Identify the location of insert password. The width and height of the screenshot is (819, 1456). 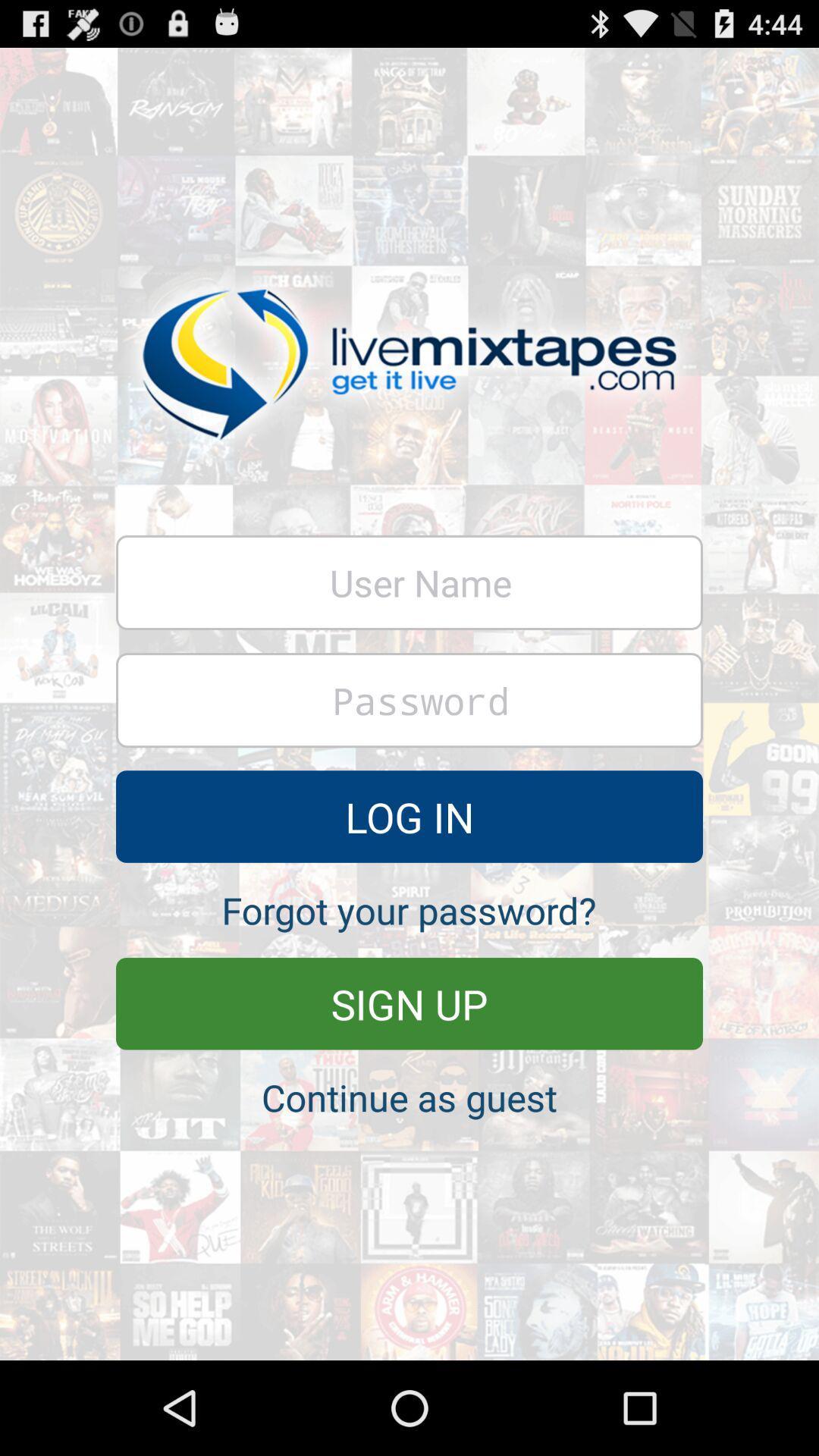
(409, 699).